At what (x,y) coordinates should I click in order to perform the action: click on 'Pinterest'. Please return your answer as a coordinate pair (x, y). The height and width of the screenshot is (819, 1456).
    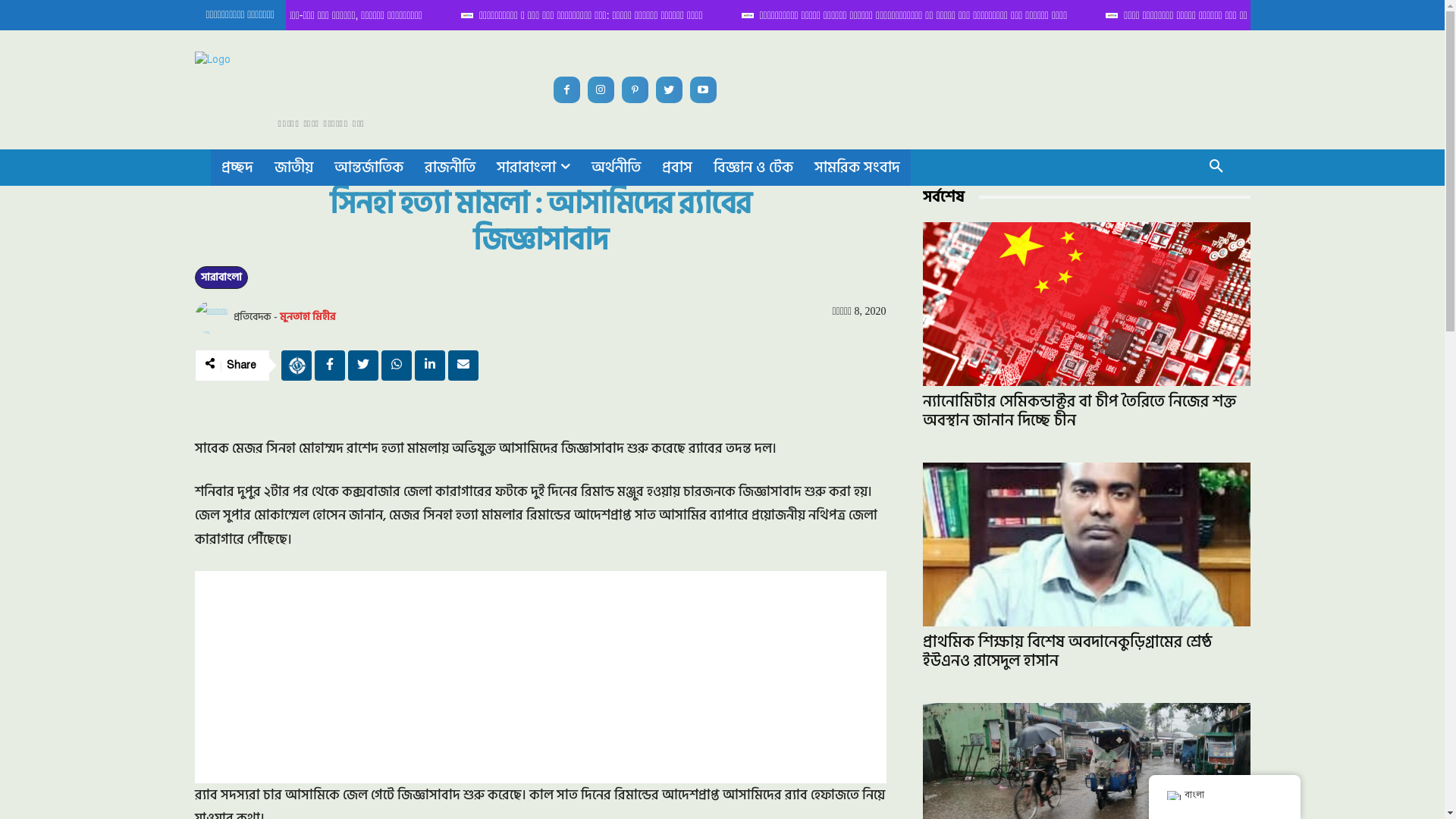
    Looking at the image, I should click on (635, 89).